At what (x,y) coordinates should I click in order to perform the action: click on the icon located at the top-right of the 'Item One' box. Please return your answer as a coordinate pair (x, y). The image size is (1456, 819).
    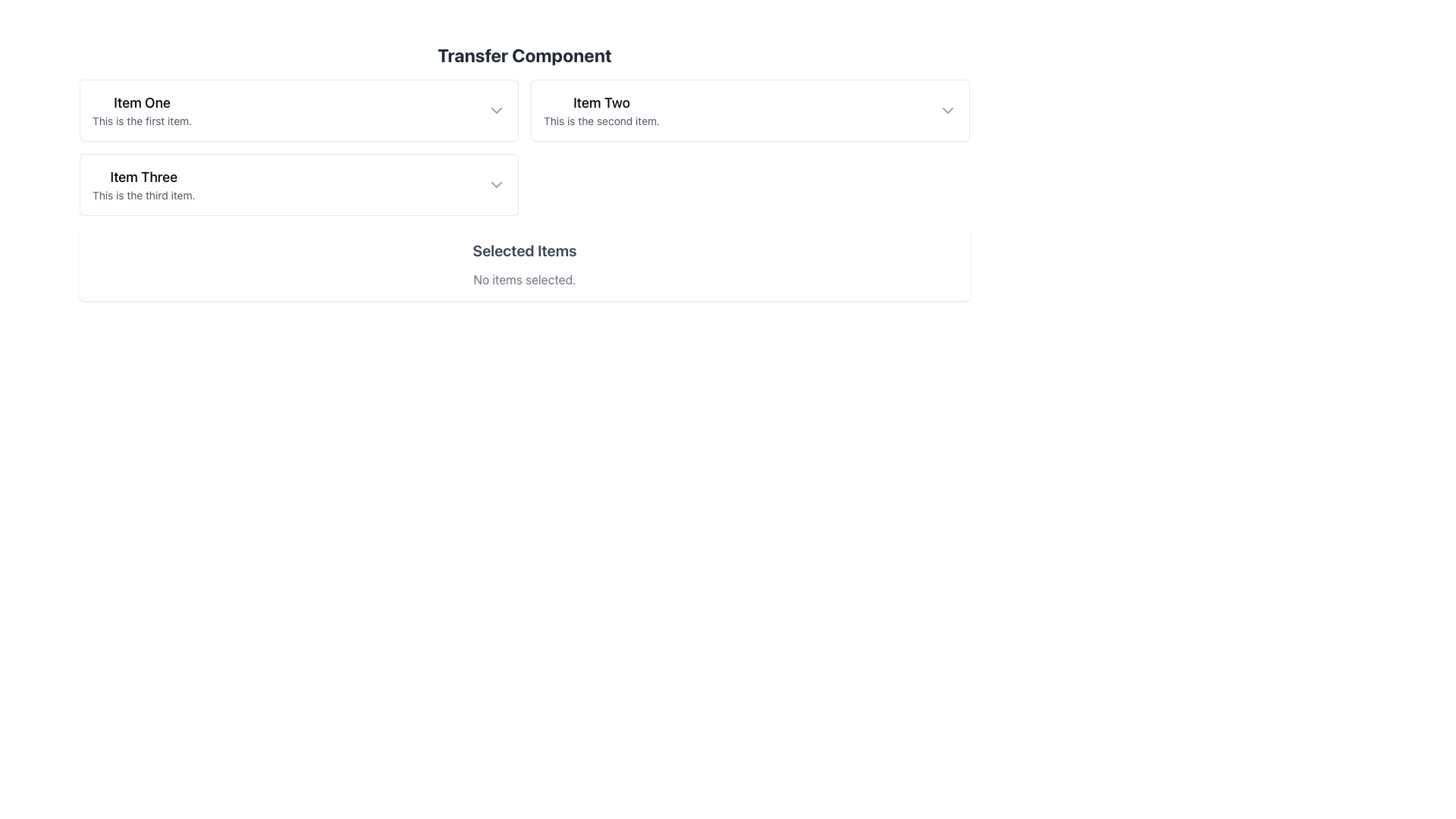
    Looking at the image, I should click on (496, 110).